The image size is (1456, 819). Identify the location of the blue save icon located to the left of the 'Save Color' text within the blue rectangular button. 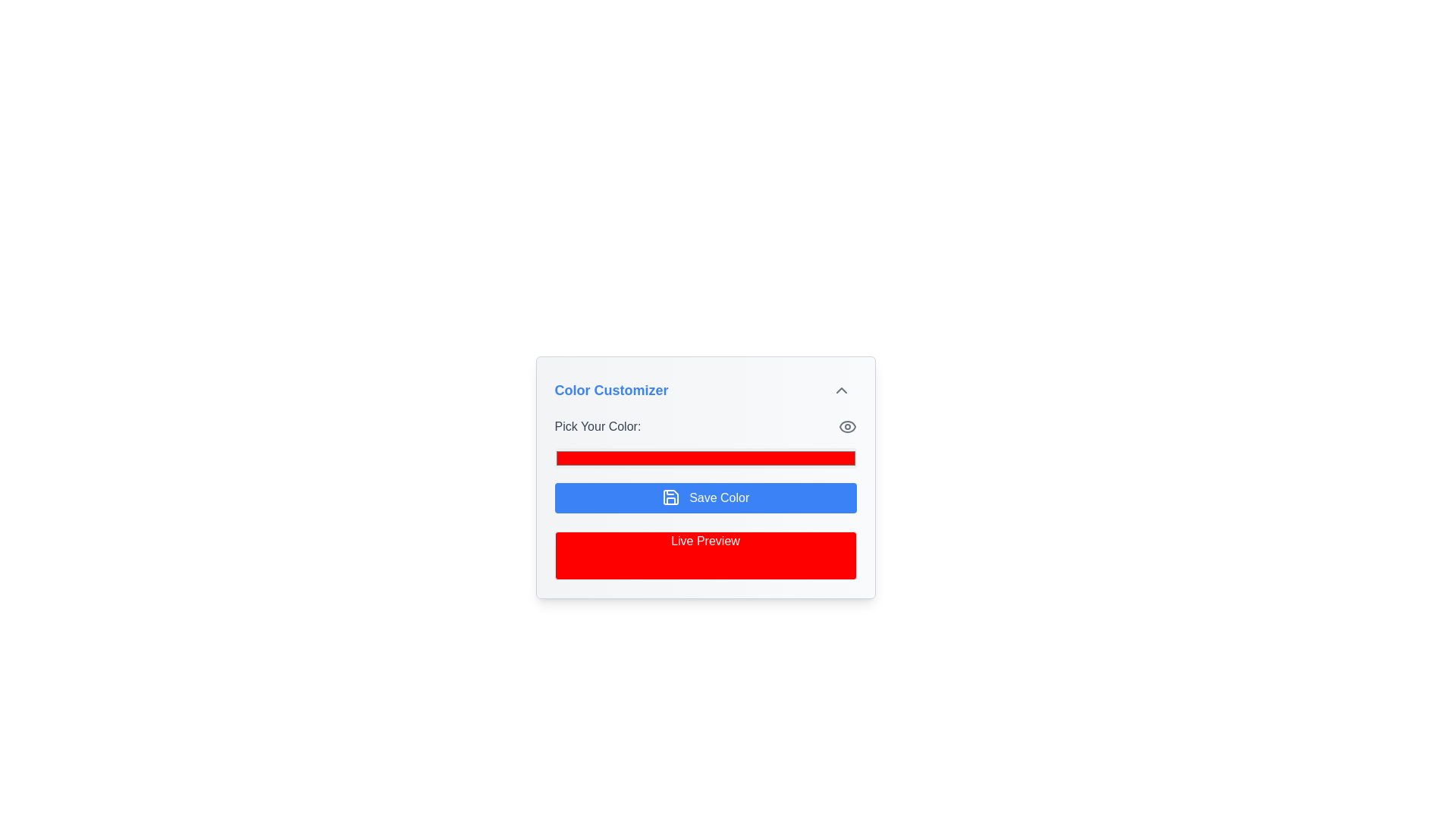
(670, 497).